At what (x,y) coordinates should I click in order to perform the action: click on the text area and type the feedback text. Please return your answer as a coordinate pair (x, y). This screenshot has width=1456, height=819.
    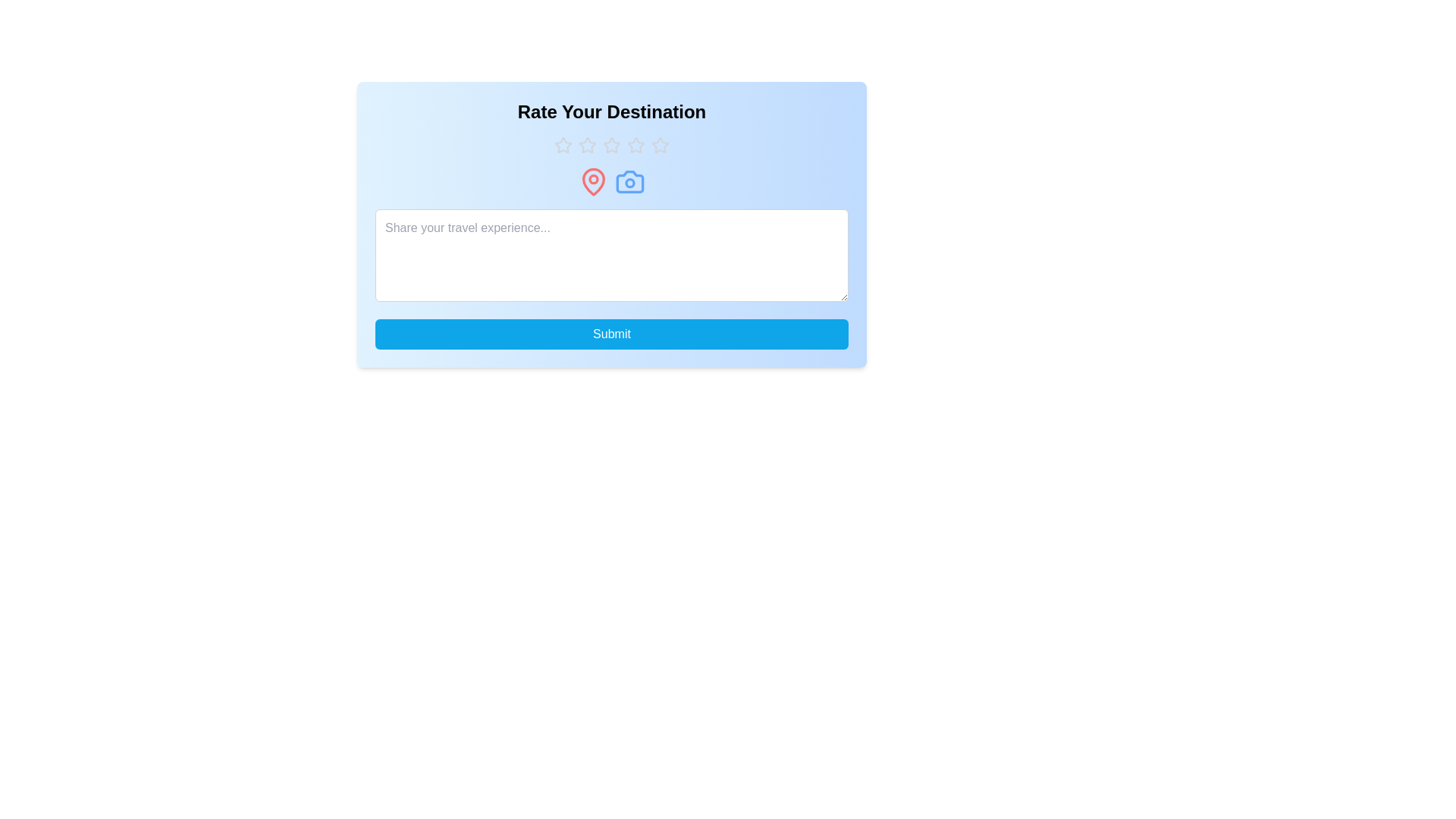
    Looking at the image, I should click on (611, 254).